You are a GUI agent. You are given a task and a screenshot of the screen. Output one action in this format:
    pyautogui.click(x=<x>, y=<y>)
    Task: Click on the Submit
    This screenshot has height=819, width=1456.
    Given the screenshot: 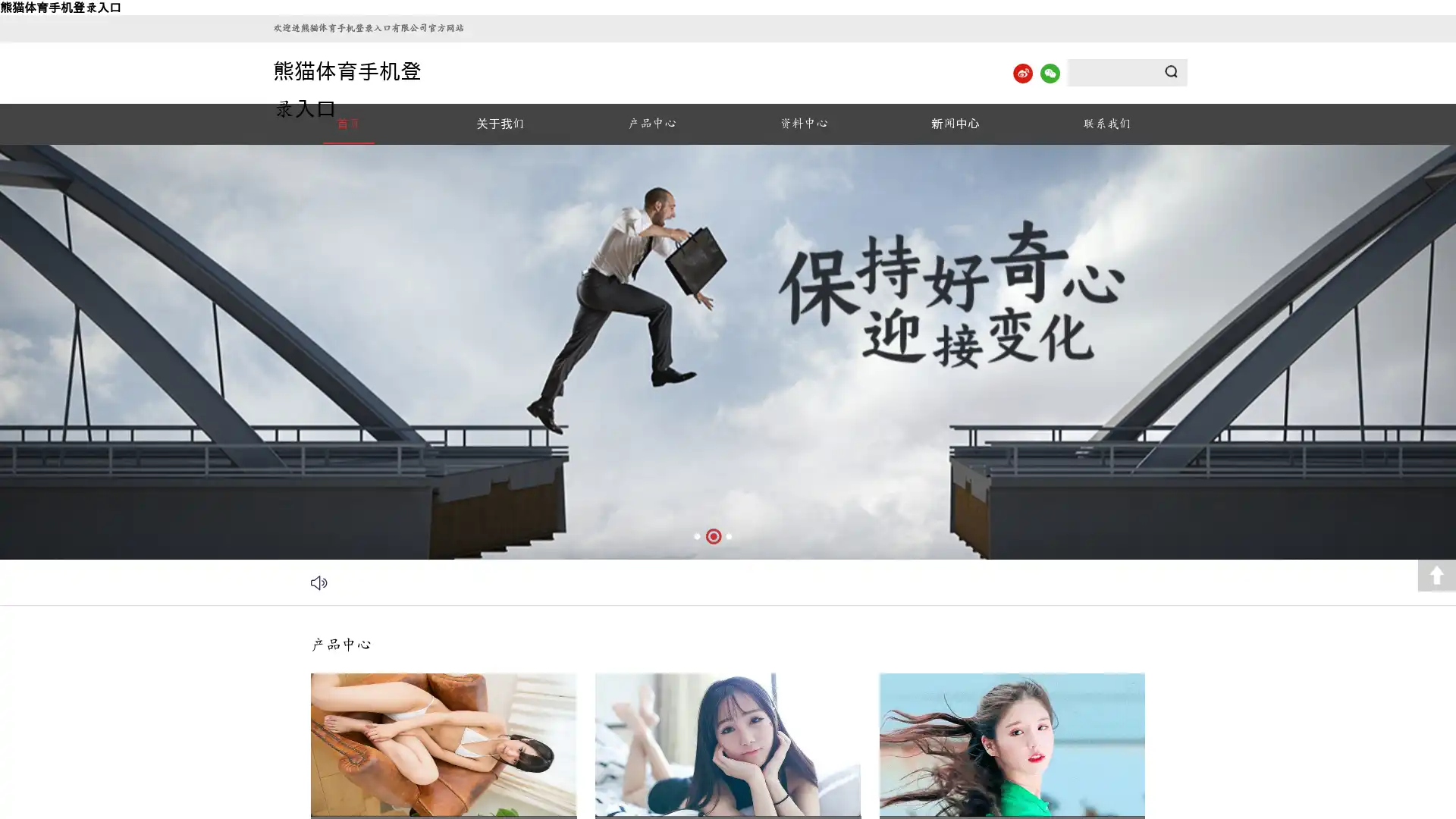 What is the action you would take?
    pyautogui.click(x=1171, y=72)
    